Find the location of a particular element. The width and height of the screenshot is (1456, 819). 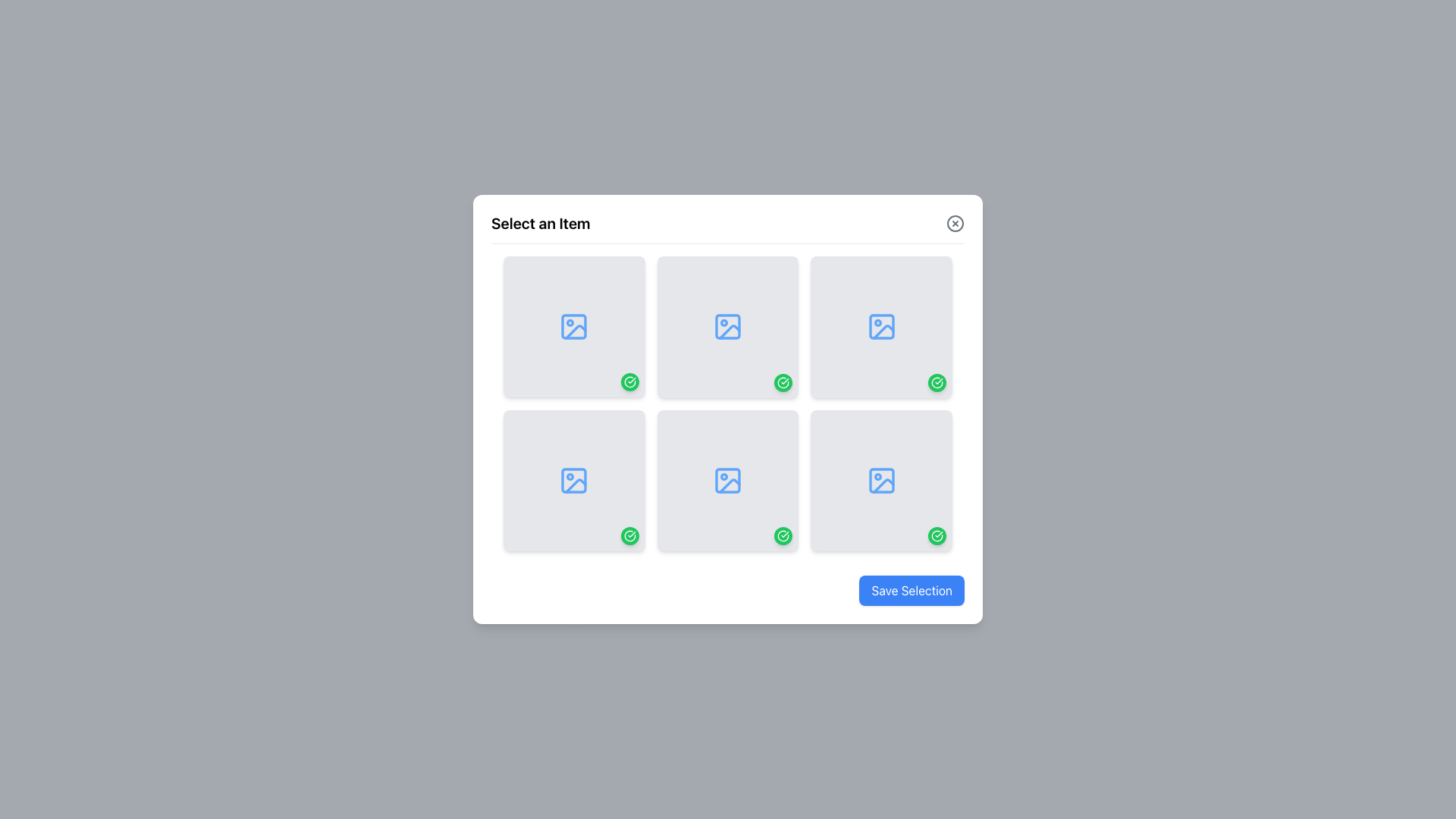

the central picture frame icon with a blue outline located is located at coordinates (728, 480).